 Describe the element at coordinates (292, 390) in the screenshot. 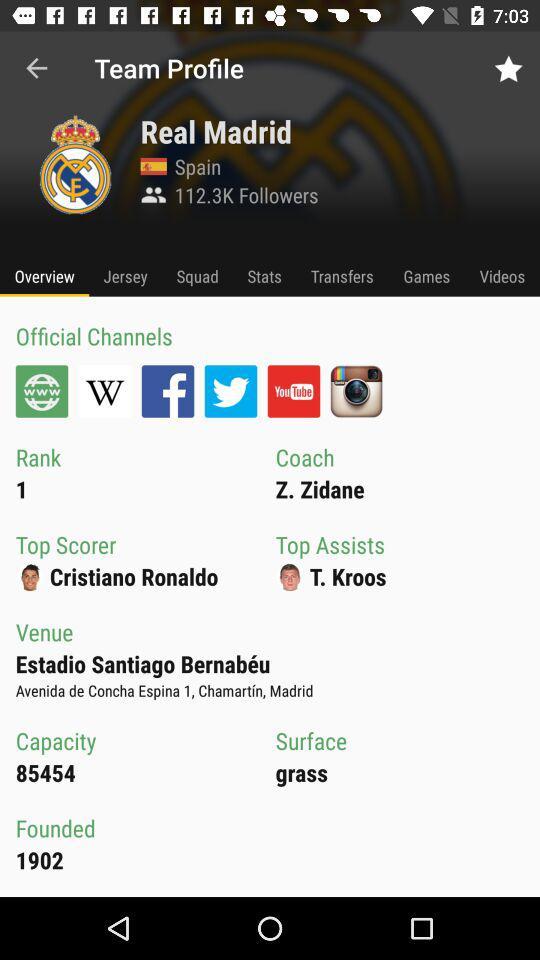

I see `tou type` at that location.